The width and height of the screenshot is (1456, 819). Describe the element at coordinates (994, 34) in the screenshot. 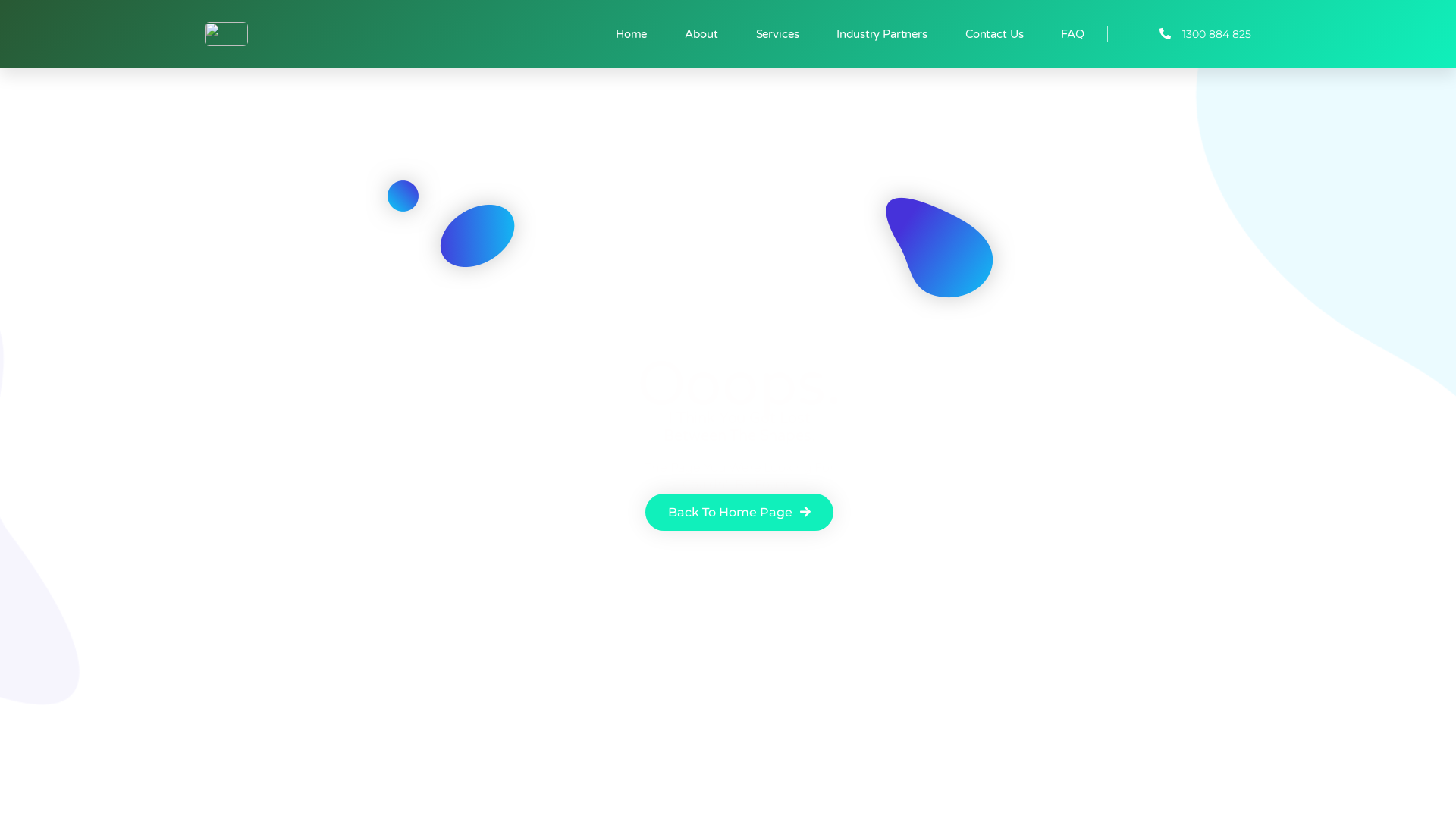

I see `'Contact Us'` at that location.